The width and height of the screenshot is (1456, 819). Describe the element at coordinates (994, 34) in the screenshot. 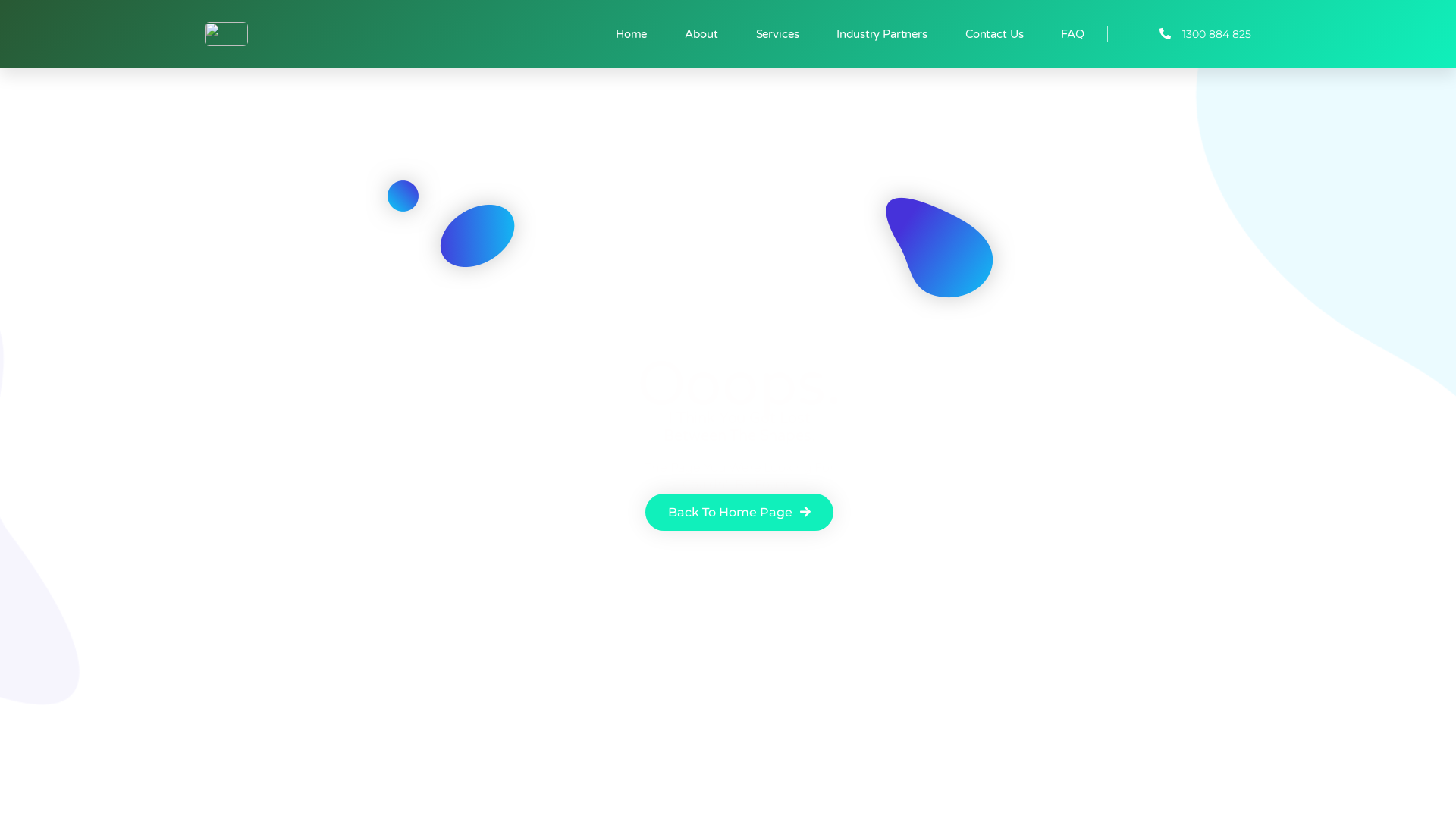

I see `'Contact Us'` at that location.